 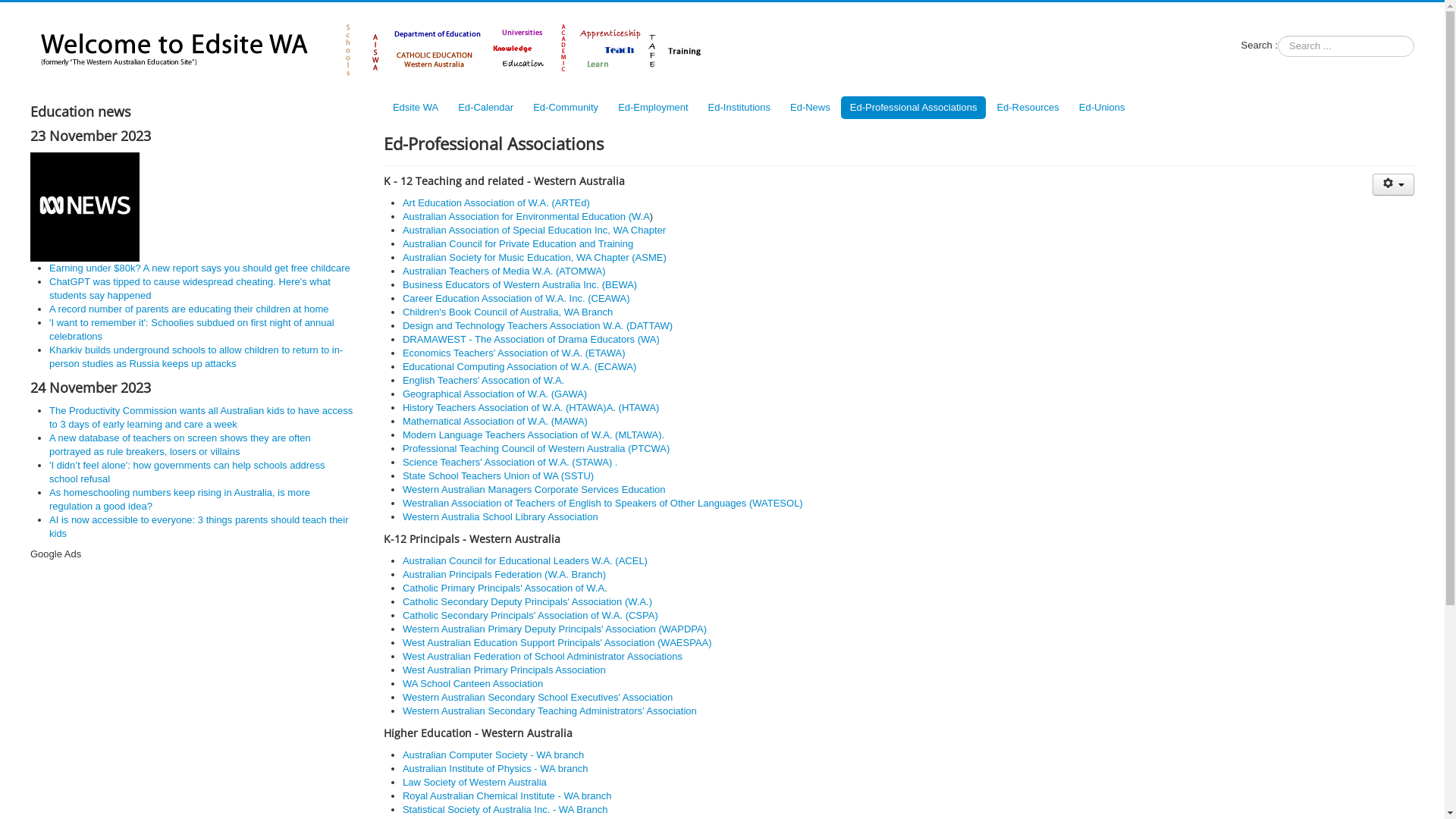 I want to click on 'WA School Canteen Association', so click(x=472, y=683).